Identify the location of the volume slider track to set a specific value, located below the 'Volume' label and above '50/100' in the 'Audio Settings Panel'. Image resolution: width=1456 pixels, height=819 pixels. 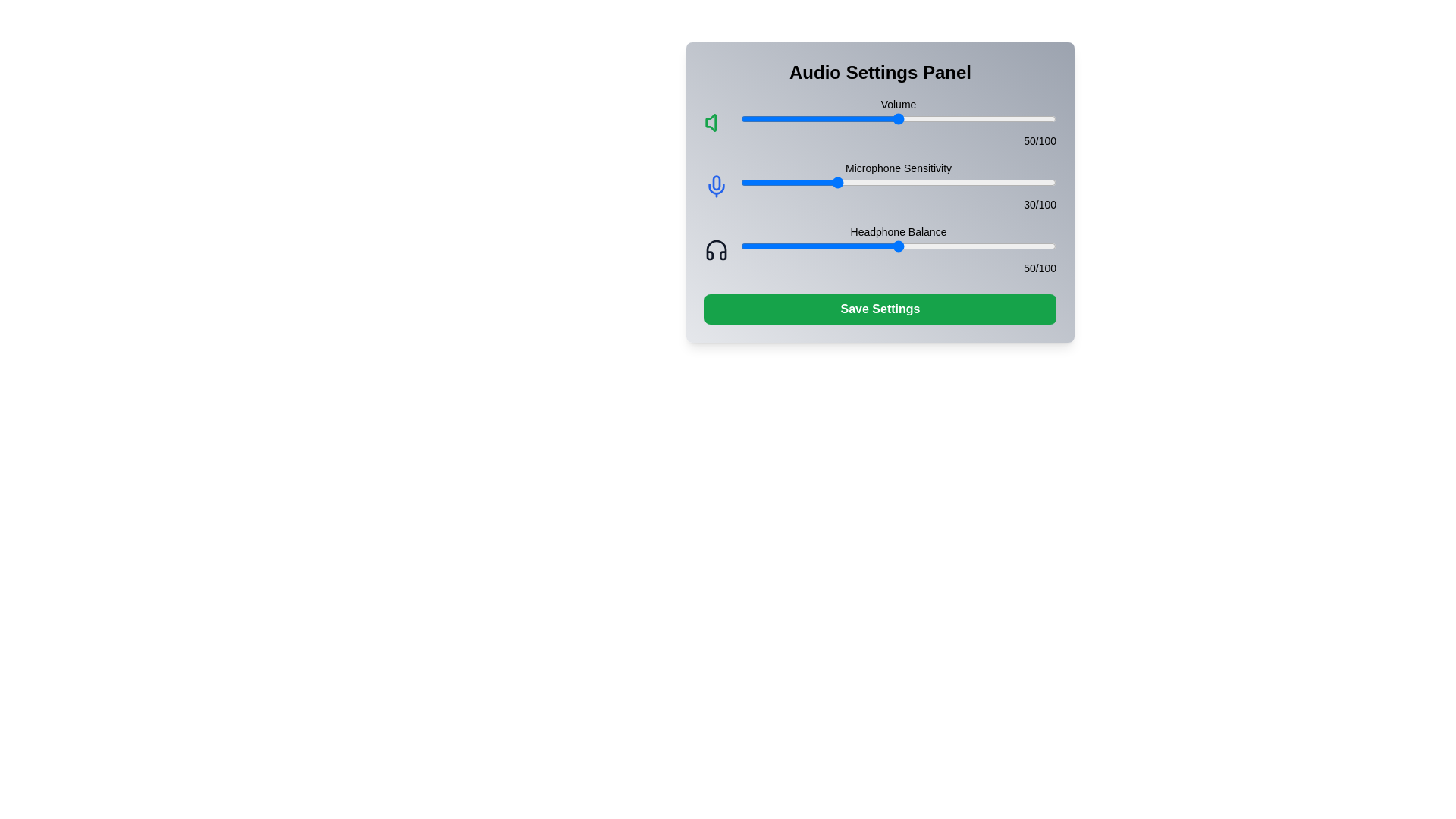
(899, 118).